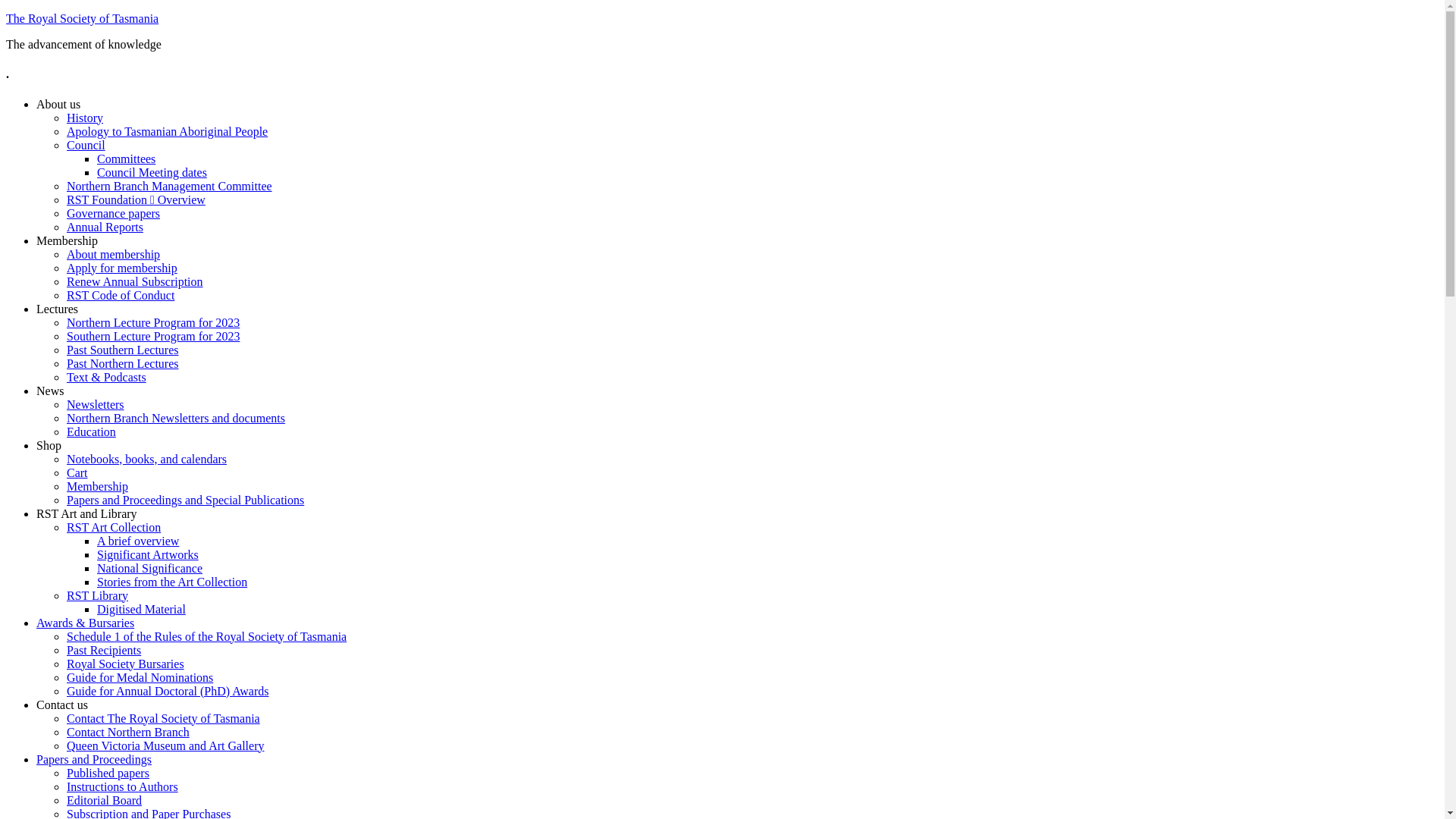 This screenshot has height=819, width=1456. Describe the element at coordinates (127, 731) in the screenshot. I see `'Contact Northern Branch'` at that location.